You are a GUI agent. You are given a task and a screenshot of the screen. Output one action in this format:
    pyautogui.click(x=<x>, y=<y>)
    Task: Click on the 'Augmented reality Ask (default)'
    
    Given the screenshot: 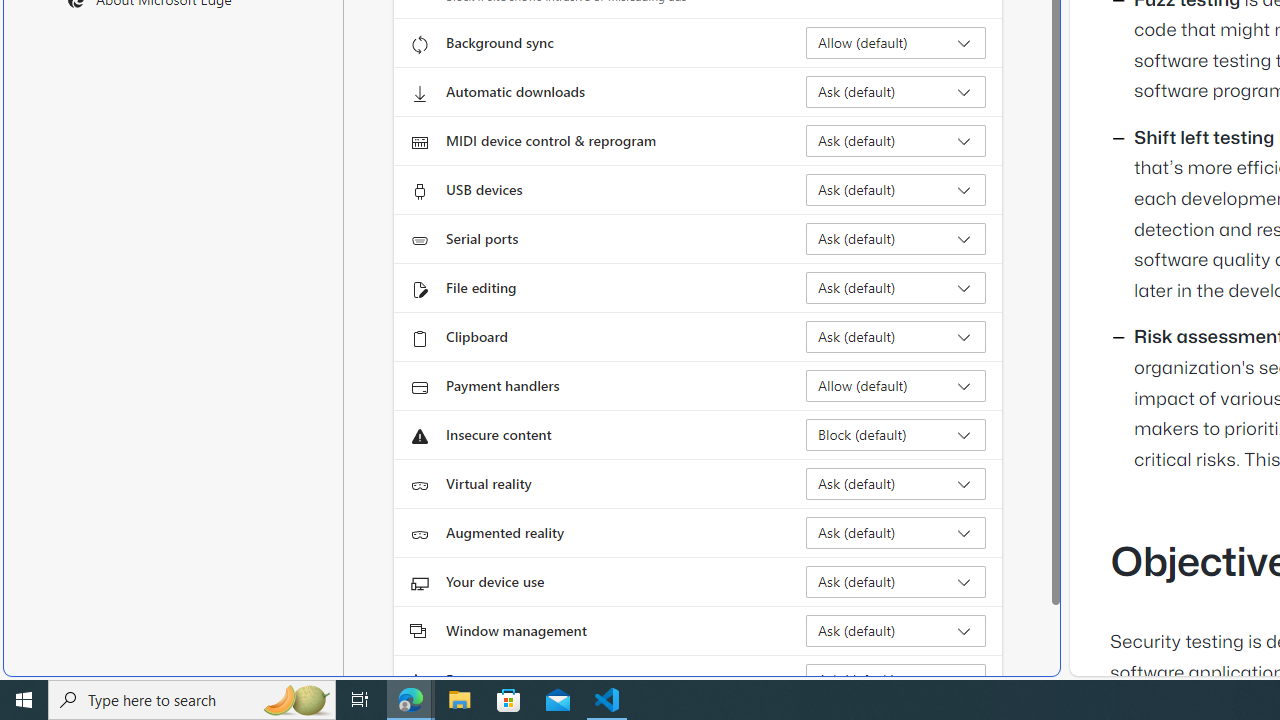 What is the action you would take?
    pyautogui.click(x=895, y=531)
    